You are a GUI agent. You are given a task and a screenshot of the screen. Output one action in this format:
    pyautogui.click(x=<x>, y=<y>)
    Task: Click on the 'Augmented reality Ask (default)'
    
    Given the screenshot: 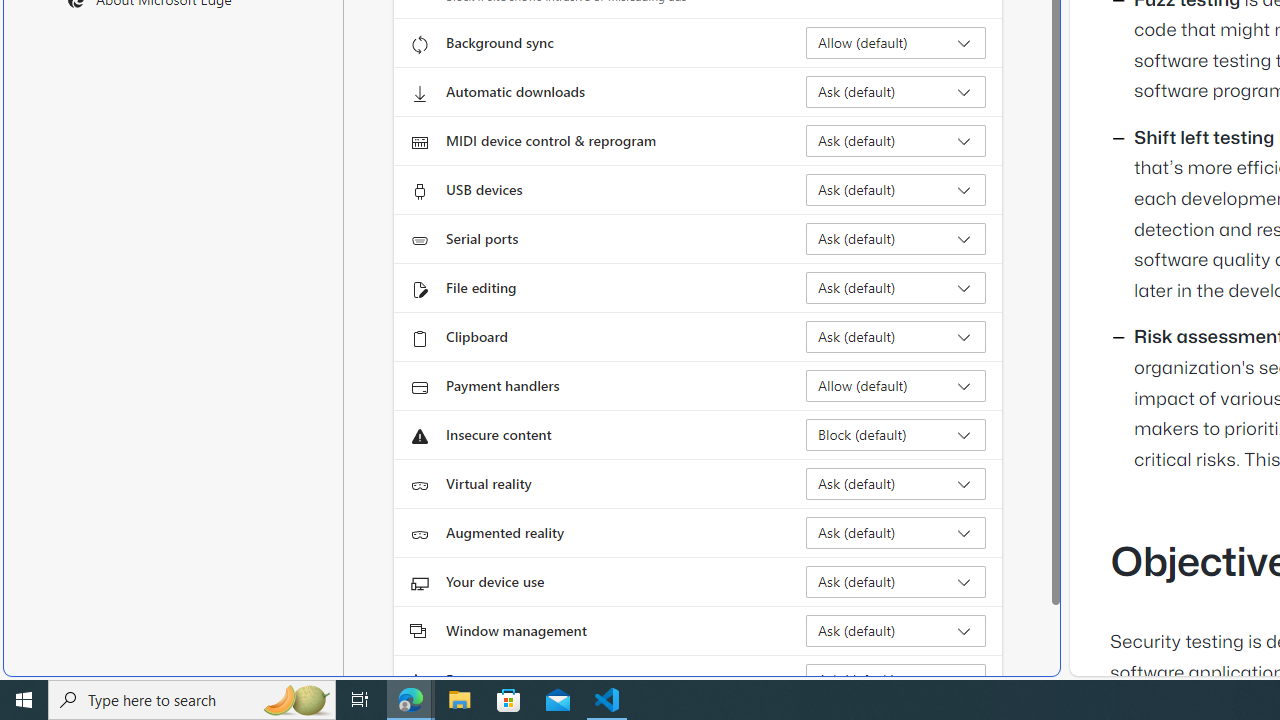 What is the action you would take?
    pyautogui.click(x=895, y=531)
    